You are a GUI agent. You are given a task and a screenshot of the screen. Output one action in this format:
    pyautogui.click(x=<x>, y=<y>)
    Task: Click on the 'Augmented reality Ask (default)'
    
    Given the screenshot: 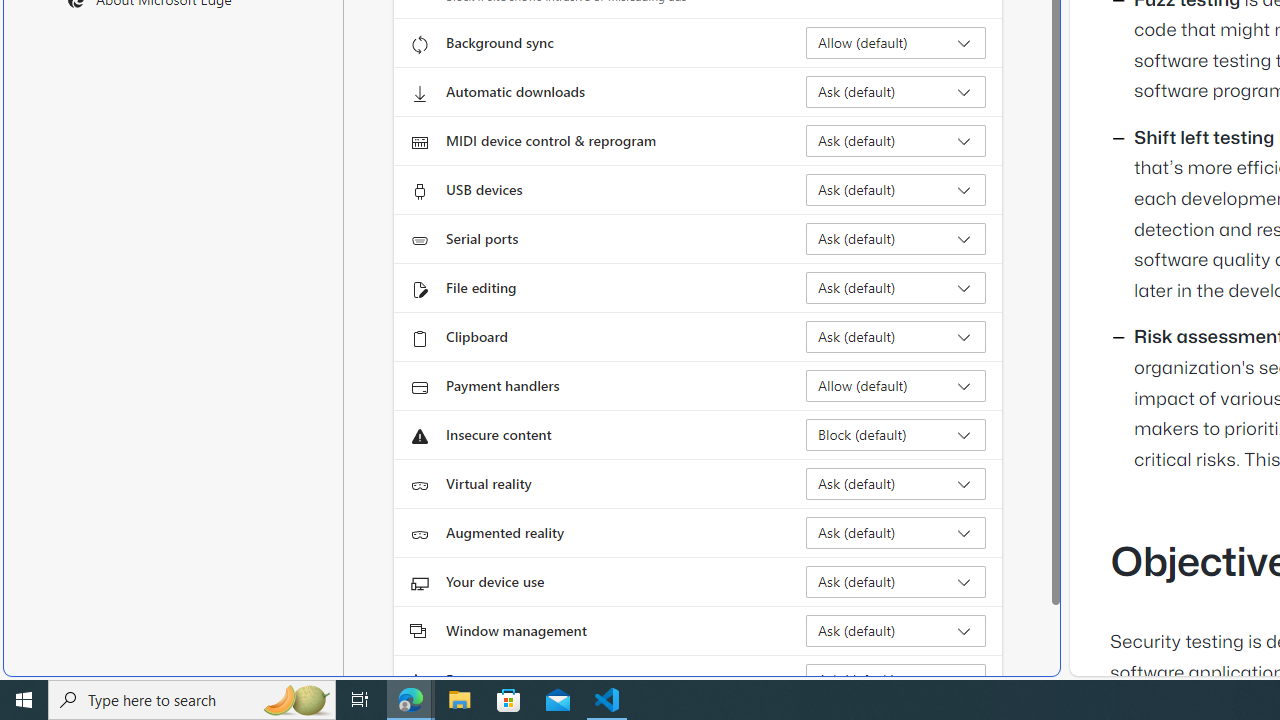 What is the action you would take?
    pyautogui.click(x=895, y=531)
    